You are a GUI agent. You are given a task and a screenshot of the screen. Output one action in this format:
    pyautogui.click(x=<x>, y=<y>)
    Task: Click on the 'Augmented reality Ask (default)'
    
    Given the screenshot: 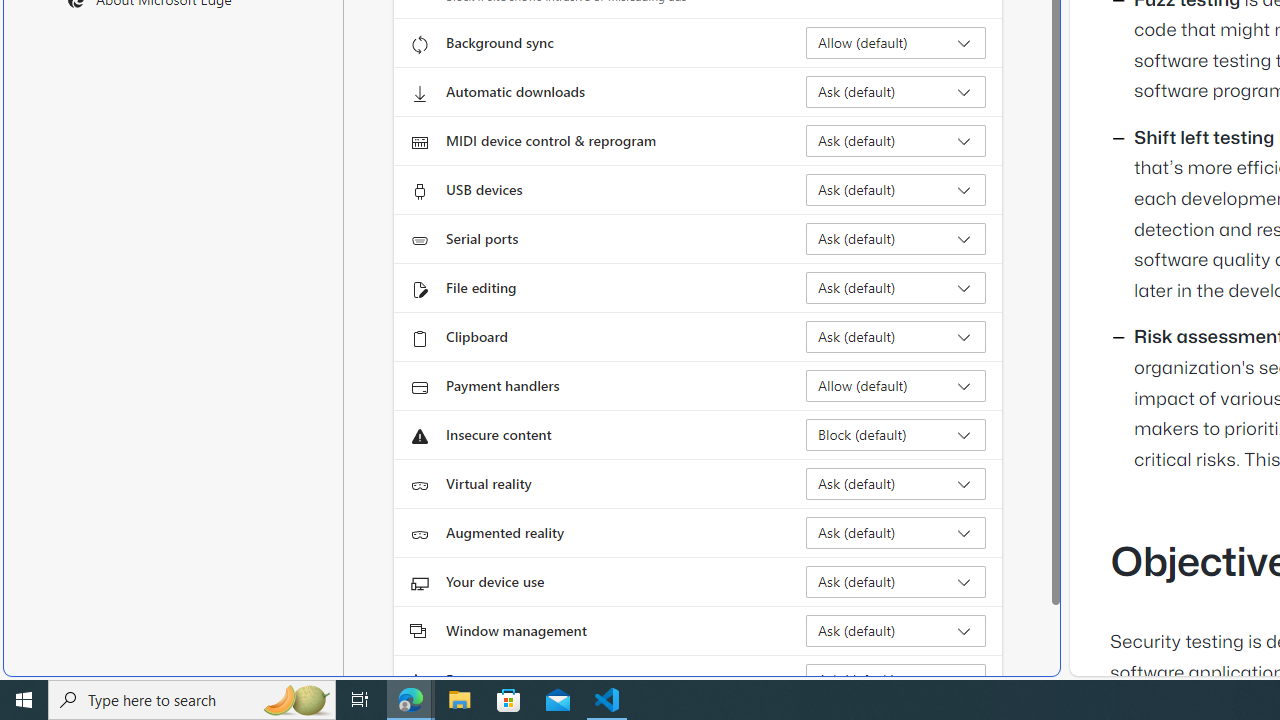 What is the action you would take?
    pyautogui.click(x=895, y=531)
    